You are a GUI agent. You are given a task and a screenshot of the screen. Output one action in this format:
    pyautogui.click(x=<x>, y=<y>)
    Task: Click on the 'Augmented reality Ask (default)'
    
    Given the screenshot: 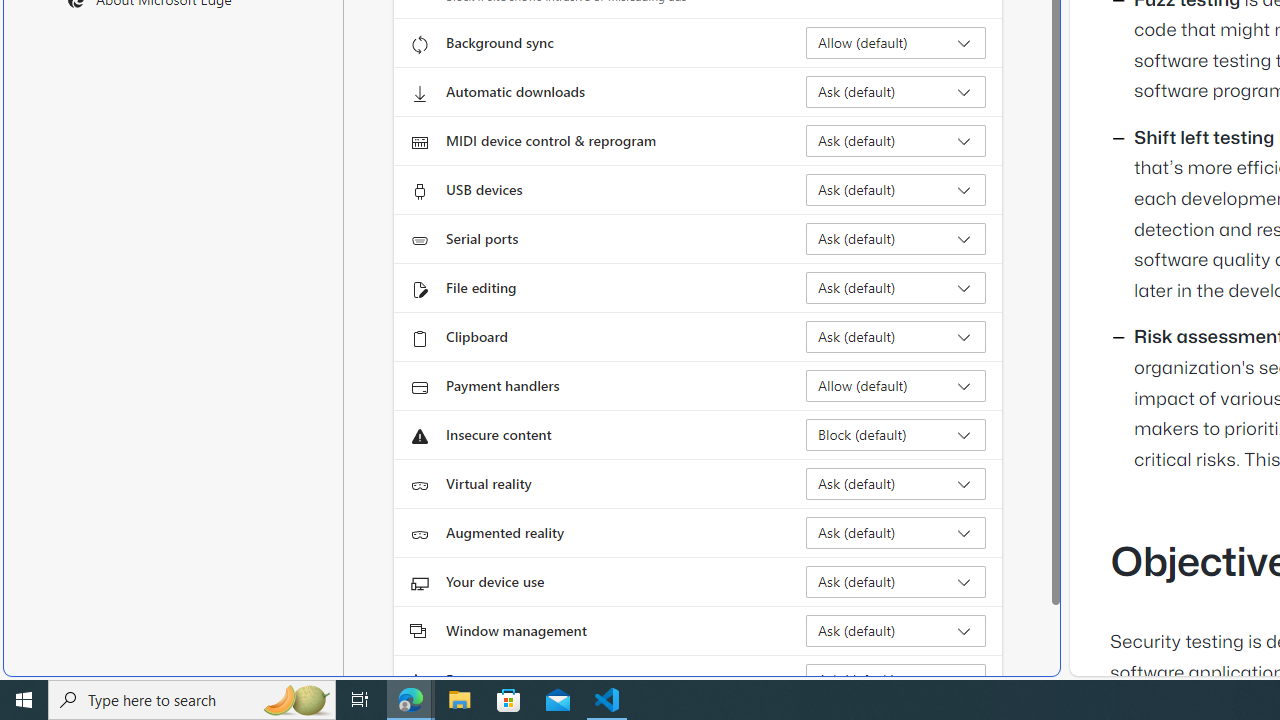 What is the action you would take?
    pyautogui.click(x=895, y=531)
    